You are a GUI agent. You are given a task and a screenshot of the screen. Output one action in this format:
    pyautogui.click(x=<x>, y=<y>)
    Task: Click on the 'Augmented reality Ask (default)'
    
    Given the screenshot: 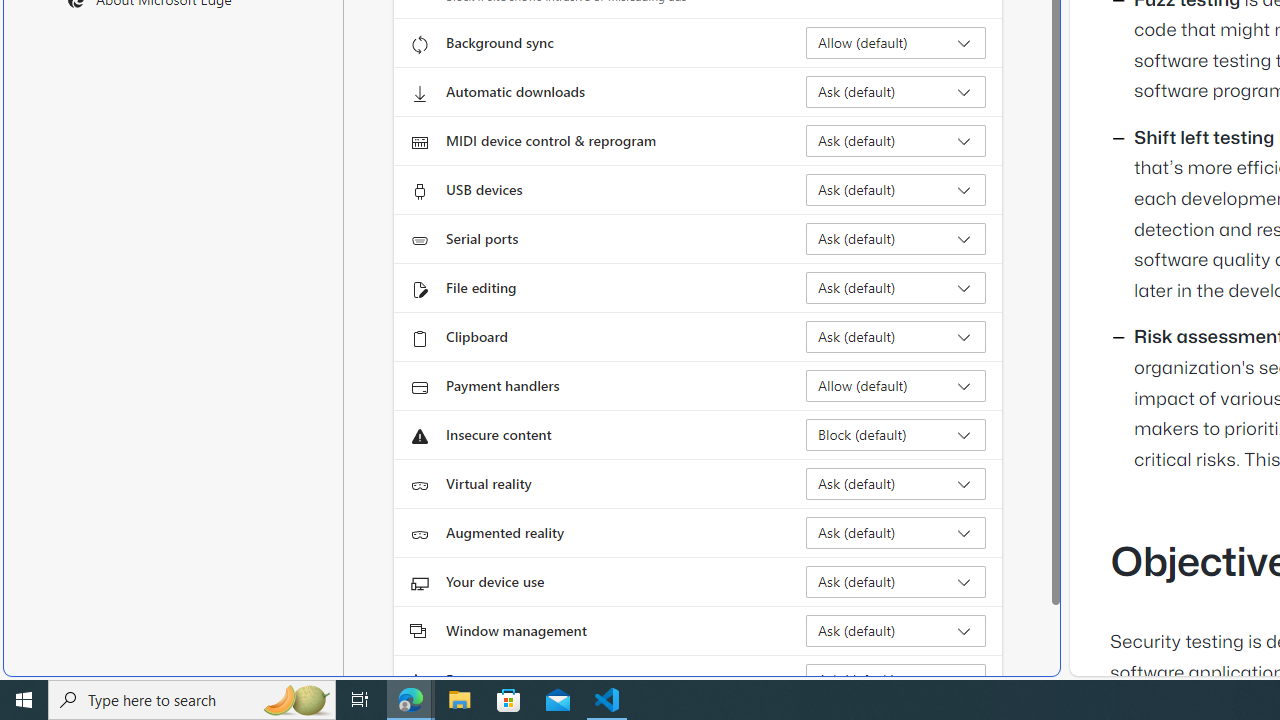 What is the action you would take?
    pyautogui.click(x=895, y=531)
    